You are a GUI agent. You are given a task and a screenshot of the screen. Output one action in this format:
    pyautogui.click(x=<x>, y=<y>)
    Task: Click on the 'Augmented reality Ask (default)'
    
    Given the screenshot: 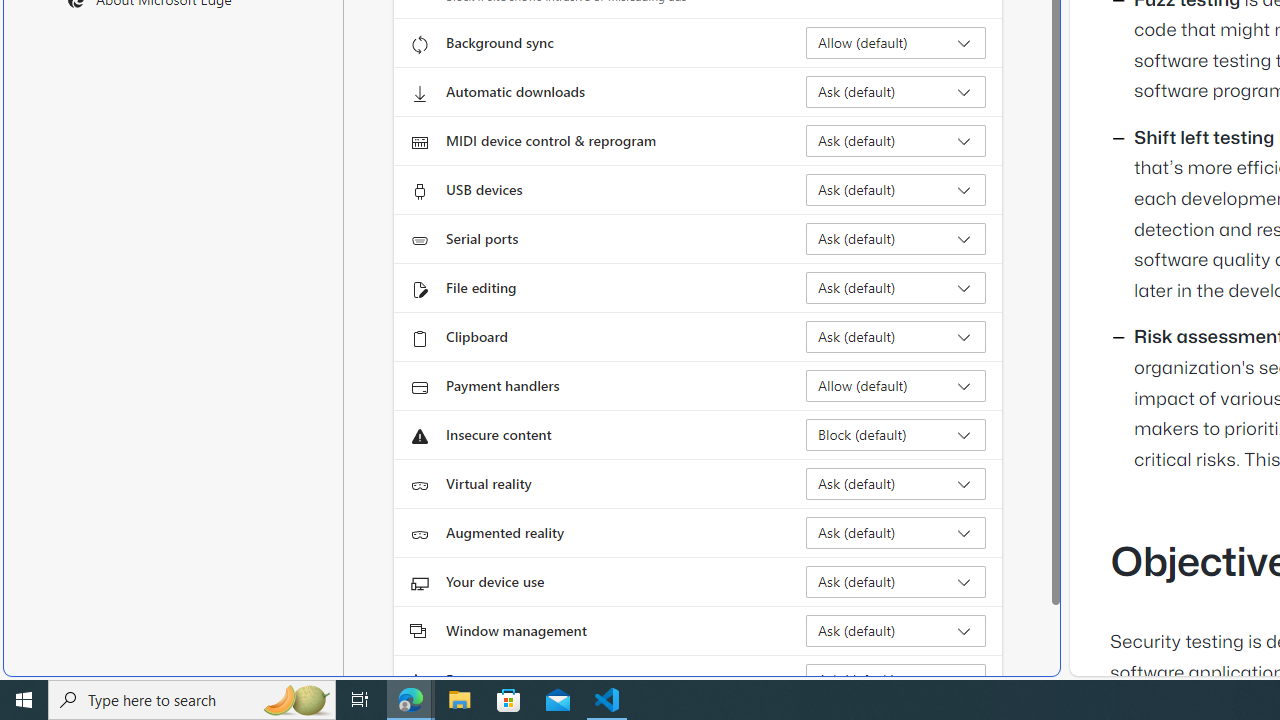 What is the action you would take?
    pyautogui.click(x=895, y=531)
    